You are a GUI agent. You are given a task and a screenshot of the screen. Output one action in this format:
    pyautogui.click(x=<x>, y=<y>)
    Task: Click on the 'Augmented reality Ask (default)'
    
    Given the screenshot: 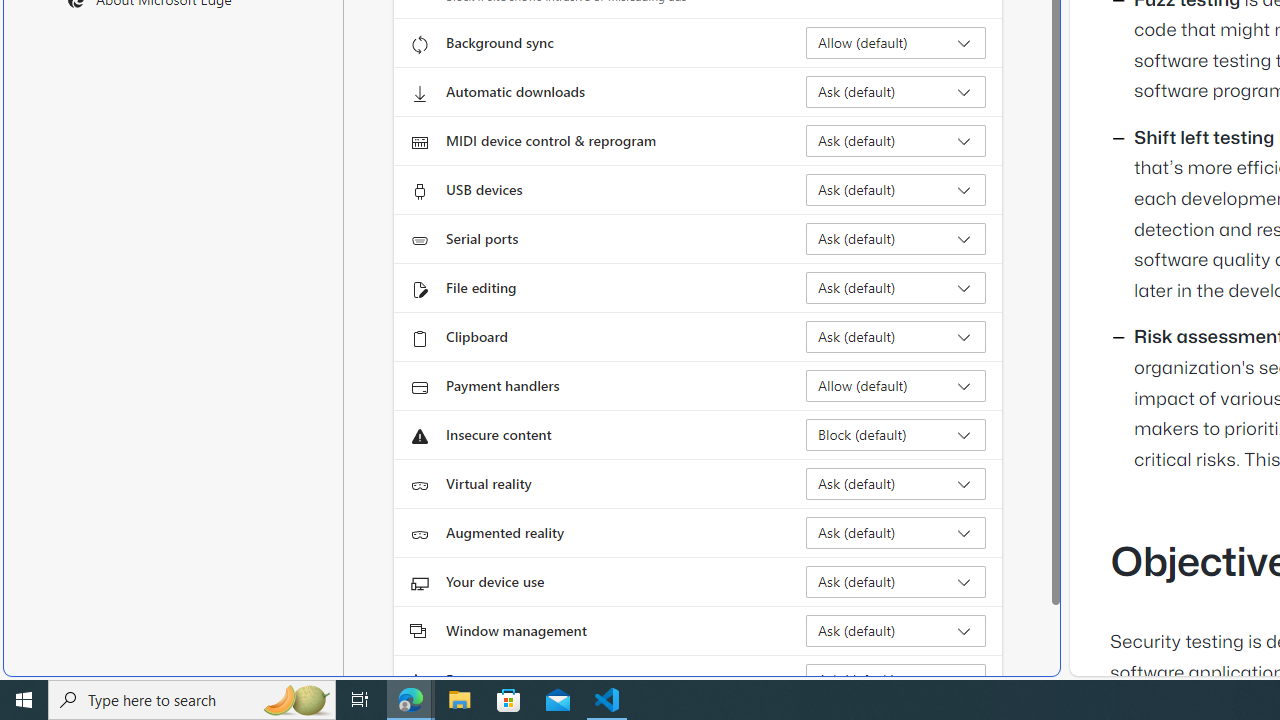 What is the action you would take?
    pyautogui.click(x=895, y=531)
    